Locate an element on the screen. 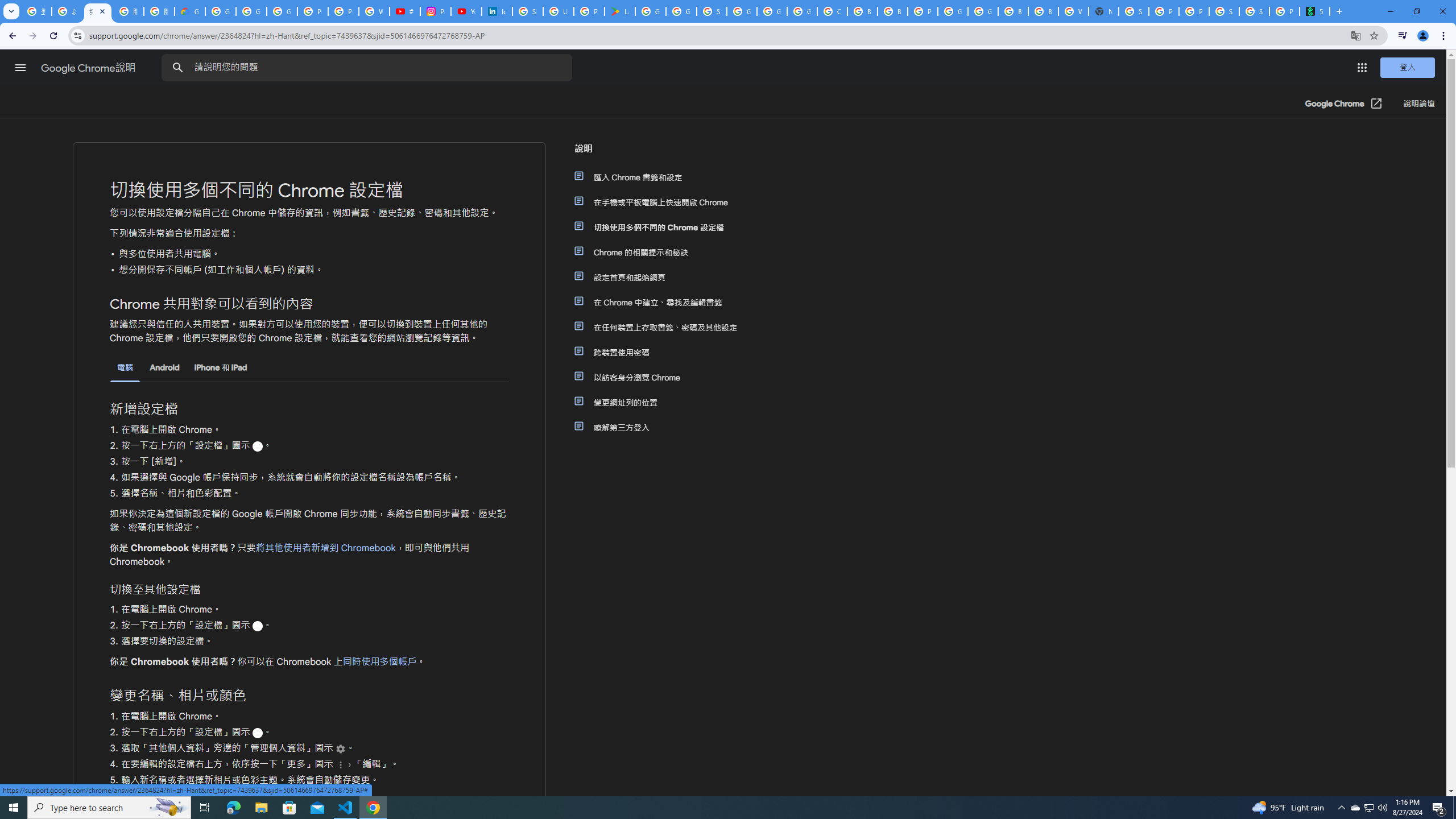  'YouTube Culture & Trends - On The Rise: Handcam Videos' is located at coordinates (466, 11).